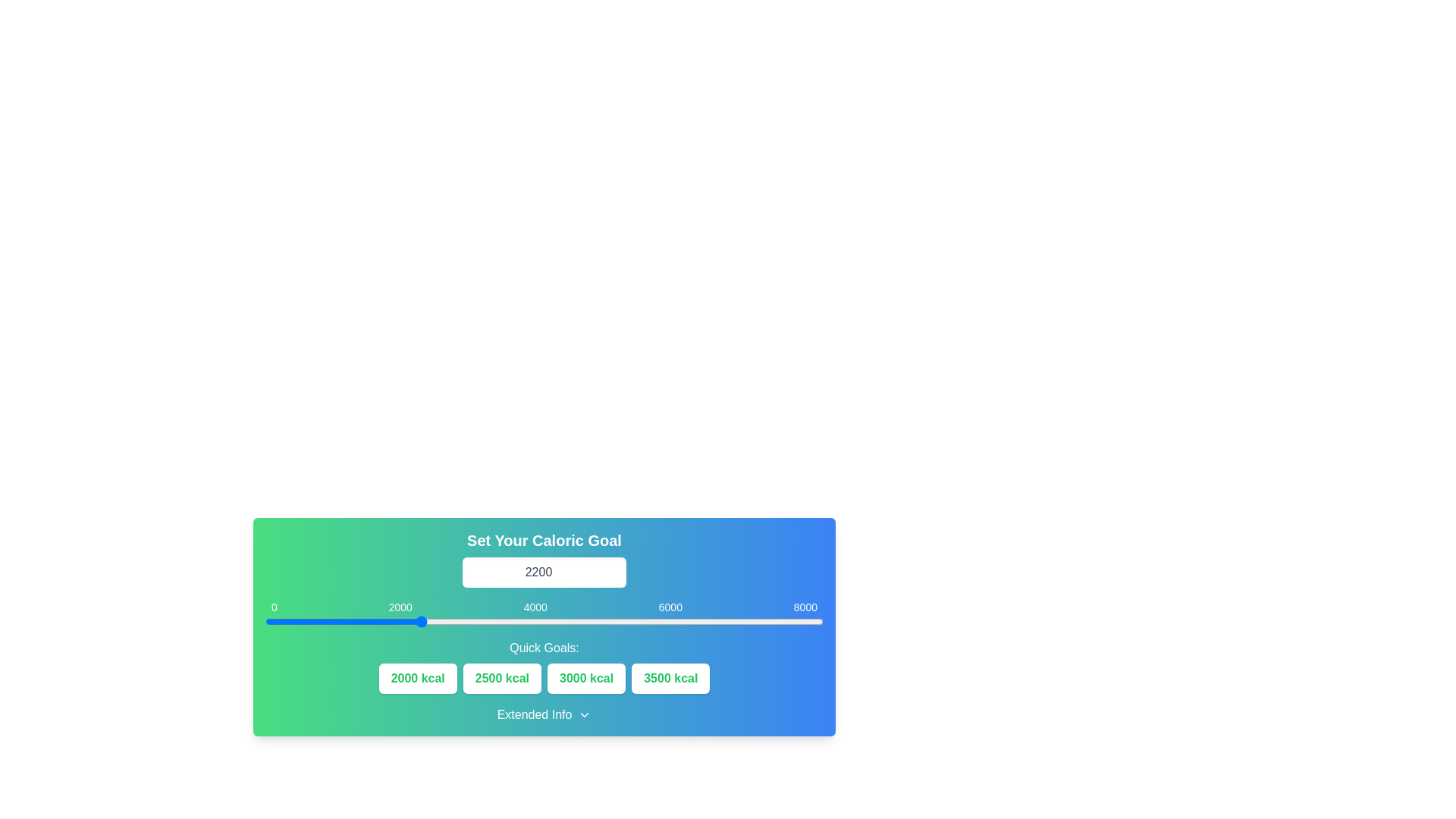 The image size is (1456, 819). I want to click on caloric goal, so click(531, 622).